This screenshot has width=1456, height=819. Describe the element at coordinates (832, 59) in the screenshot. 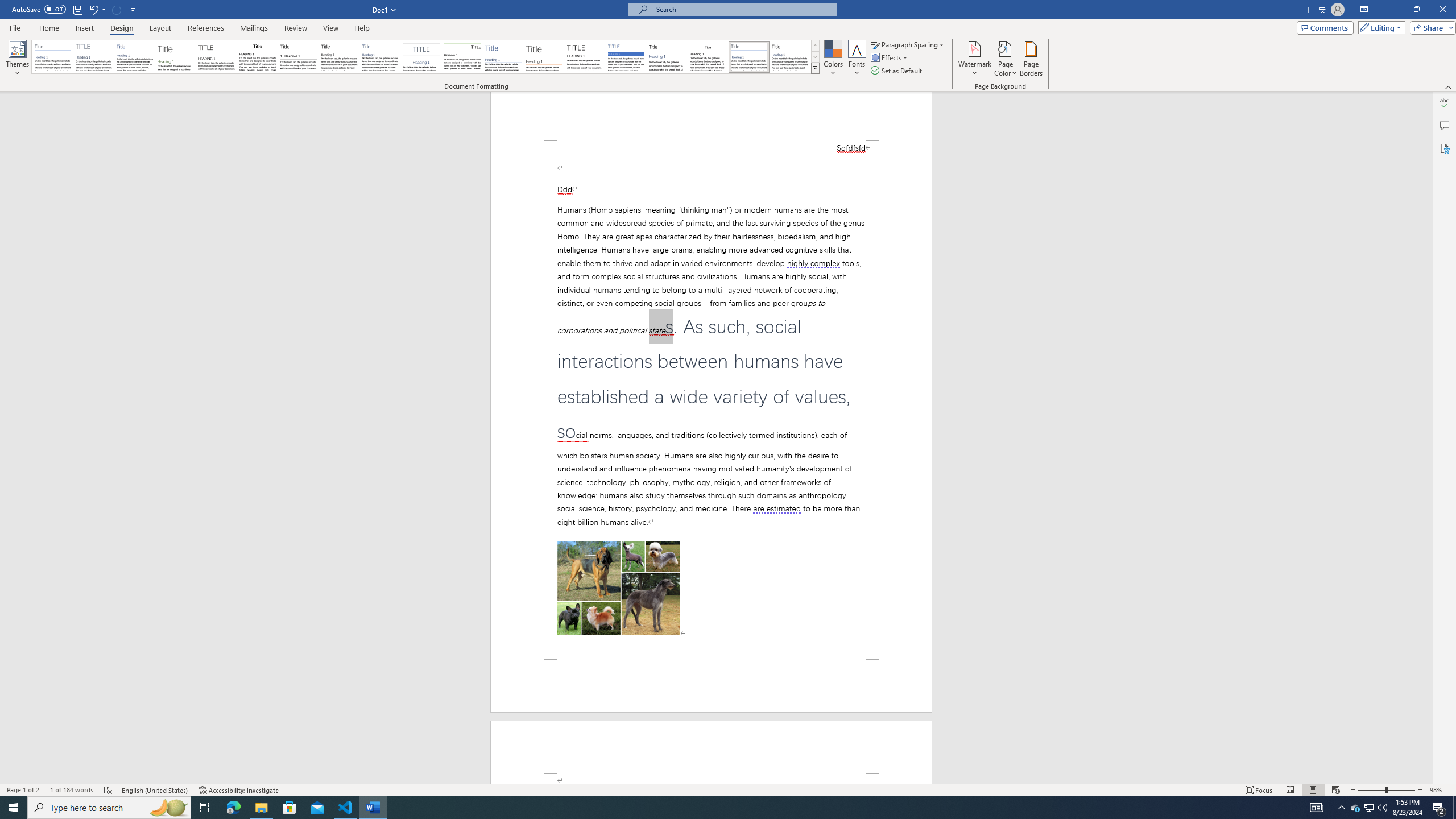

I see `'Colors'` at that location.